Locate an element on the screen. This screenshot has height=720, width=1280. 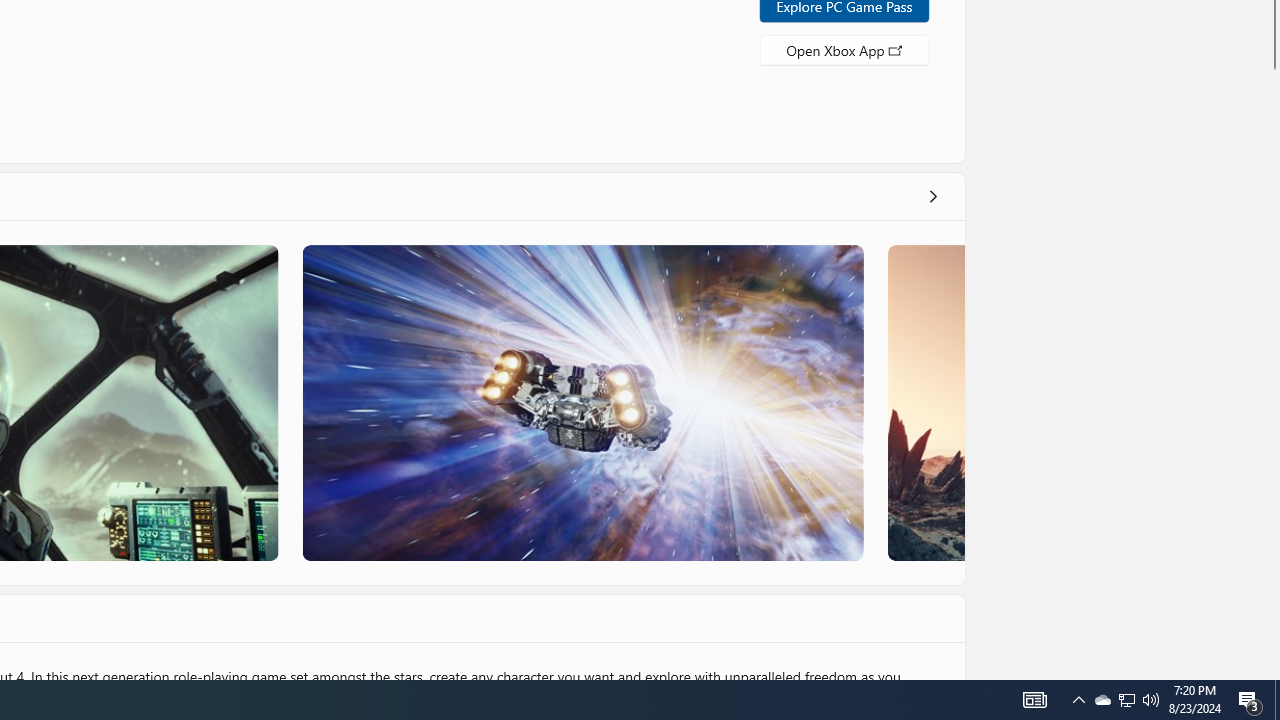
'Screenshot 3' is located at coordinates (581, 402).